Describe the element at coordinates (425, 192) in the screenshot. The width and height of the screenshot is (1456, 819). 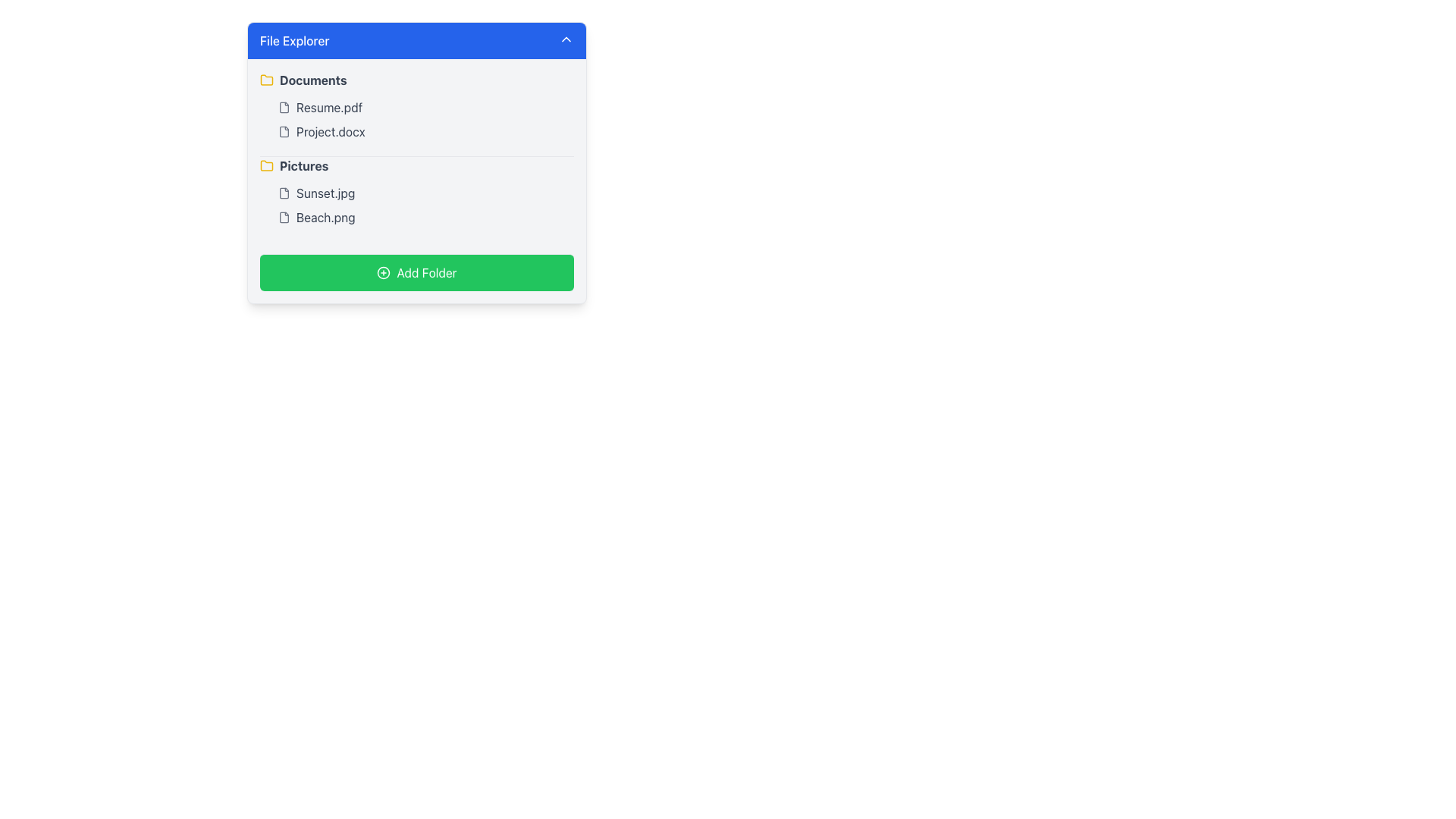
I see `the file item 'Sunset.jpg' in the file explorer list` at that location.